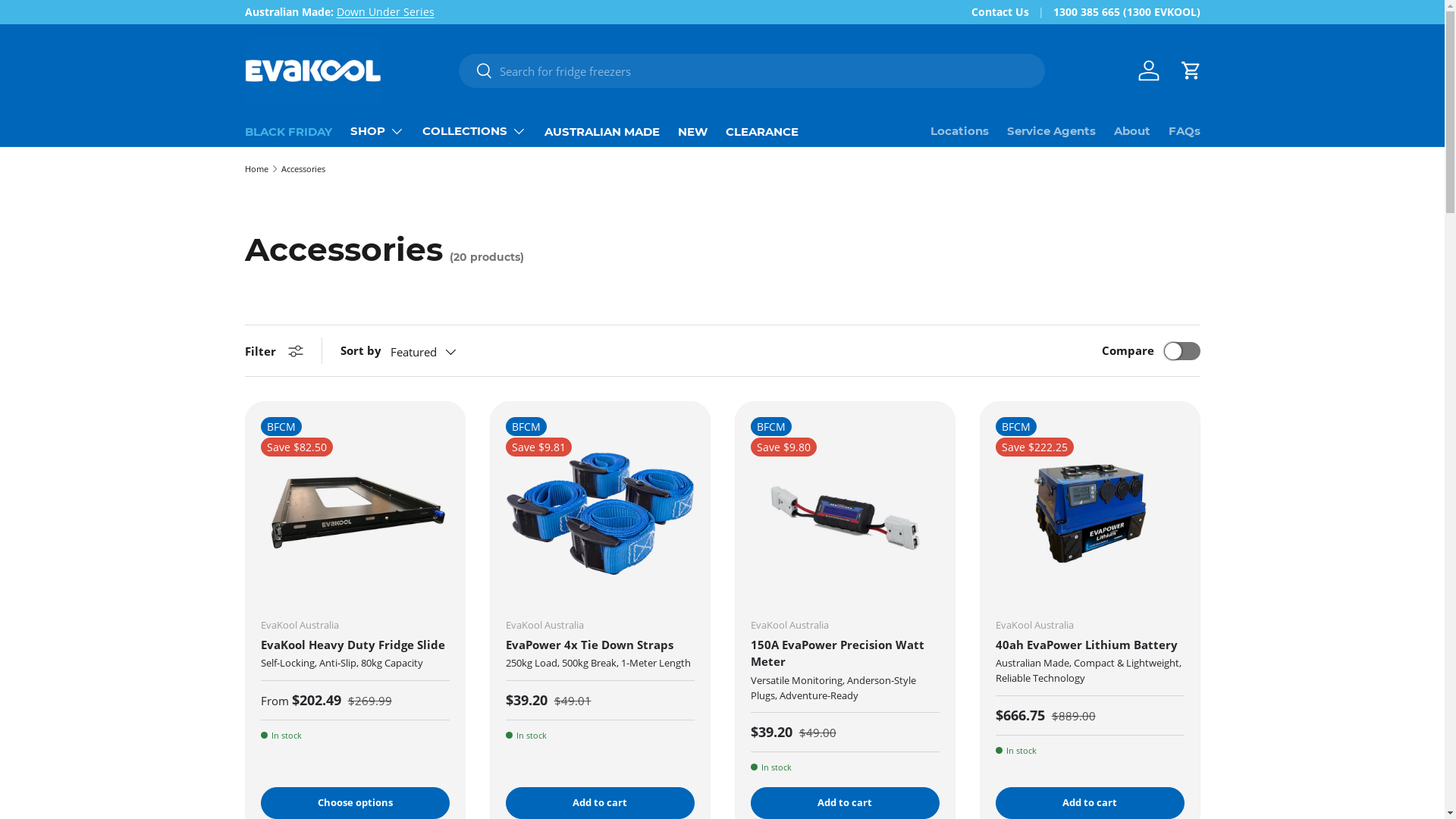 This screenshot has height=819, width=1456. I want to click on 'FAQs', so click(1167, 130).